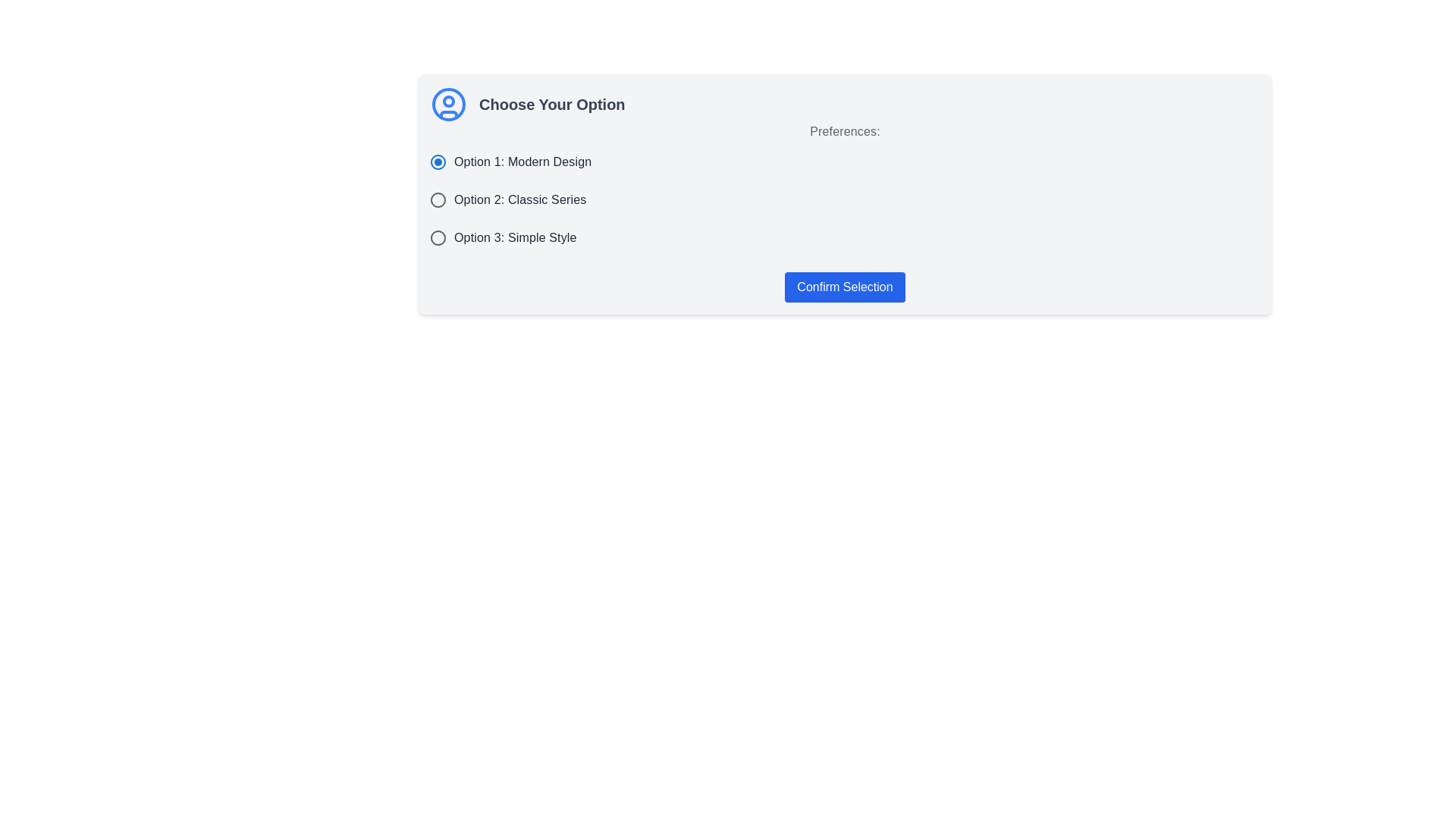  I want to click on the static text label that describes the selection option for the radio button, which is the third element in a vertically stacked list located under 'Option 2: Classic Series', so click(515, 237).